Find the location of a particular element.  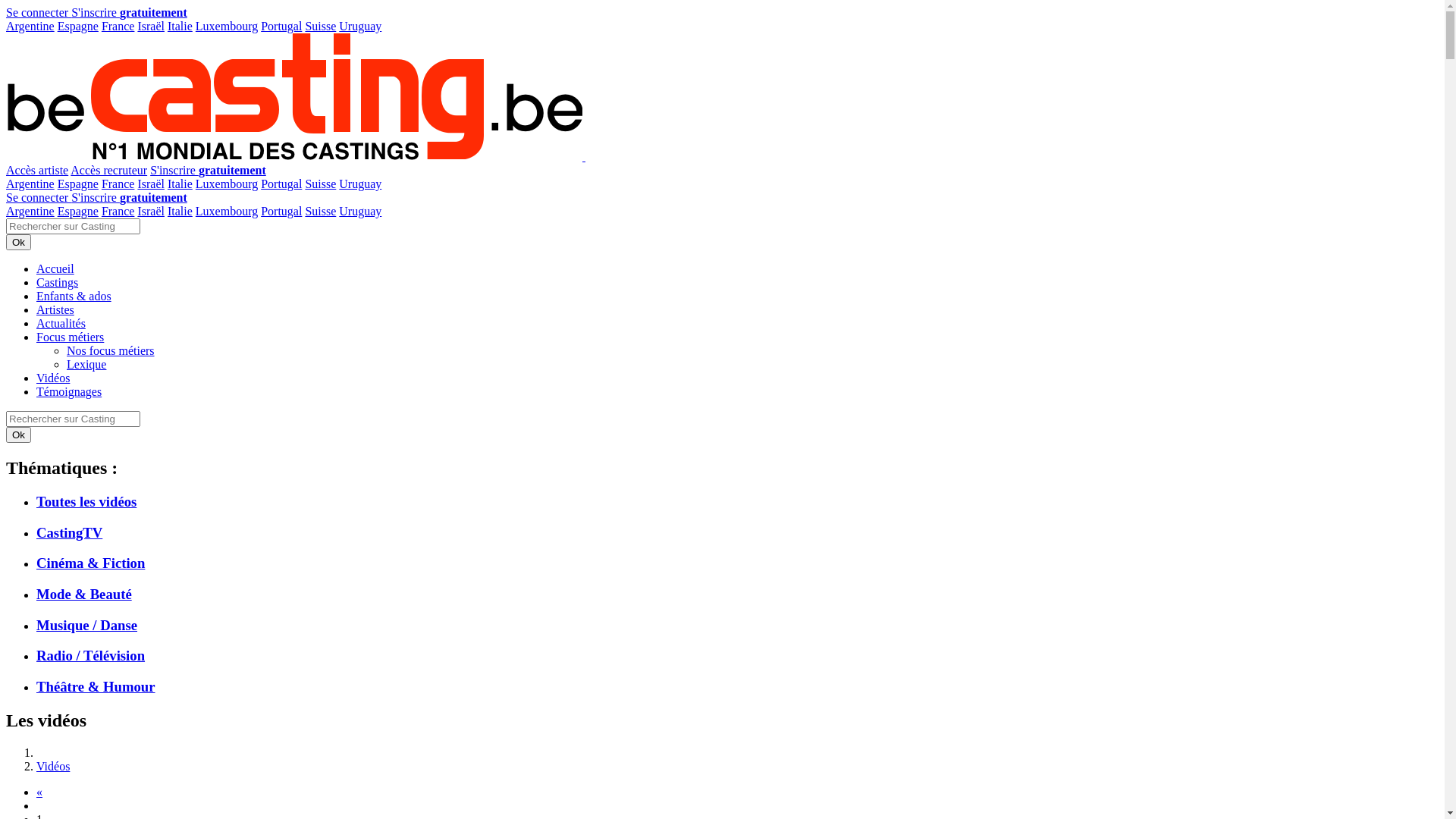

'Luxembourg' is located at coordinates (225, 211).